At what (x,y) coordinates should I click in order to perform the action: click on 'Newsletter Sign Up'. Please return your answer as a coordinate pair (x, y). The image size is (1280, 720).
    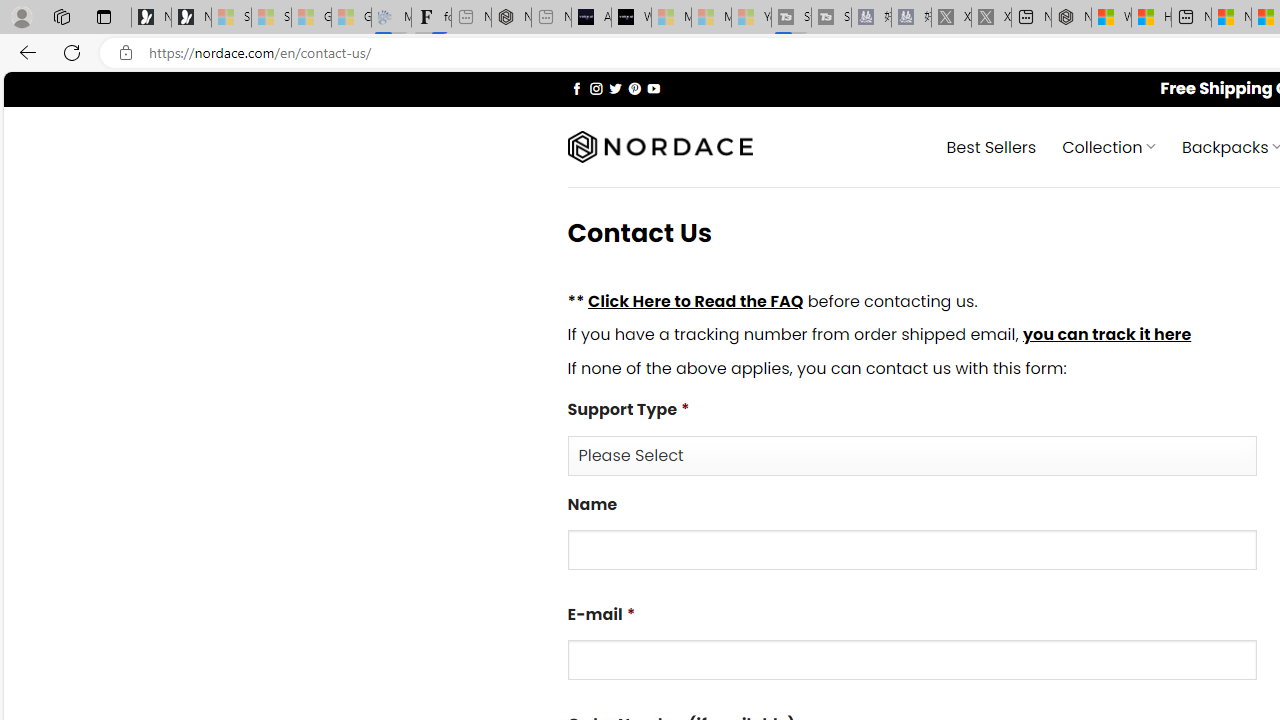
    Looking at the image, I should click on (191, 17).